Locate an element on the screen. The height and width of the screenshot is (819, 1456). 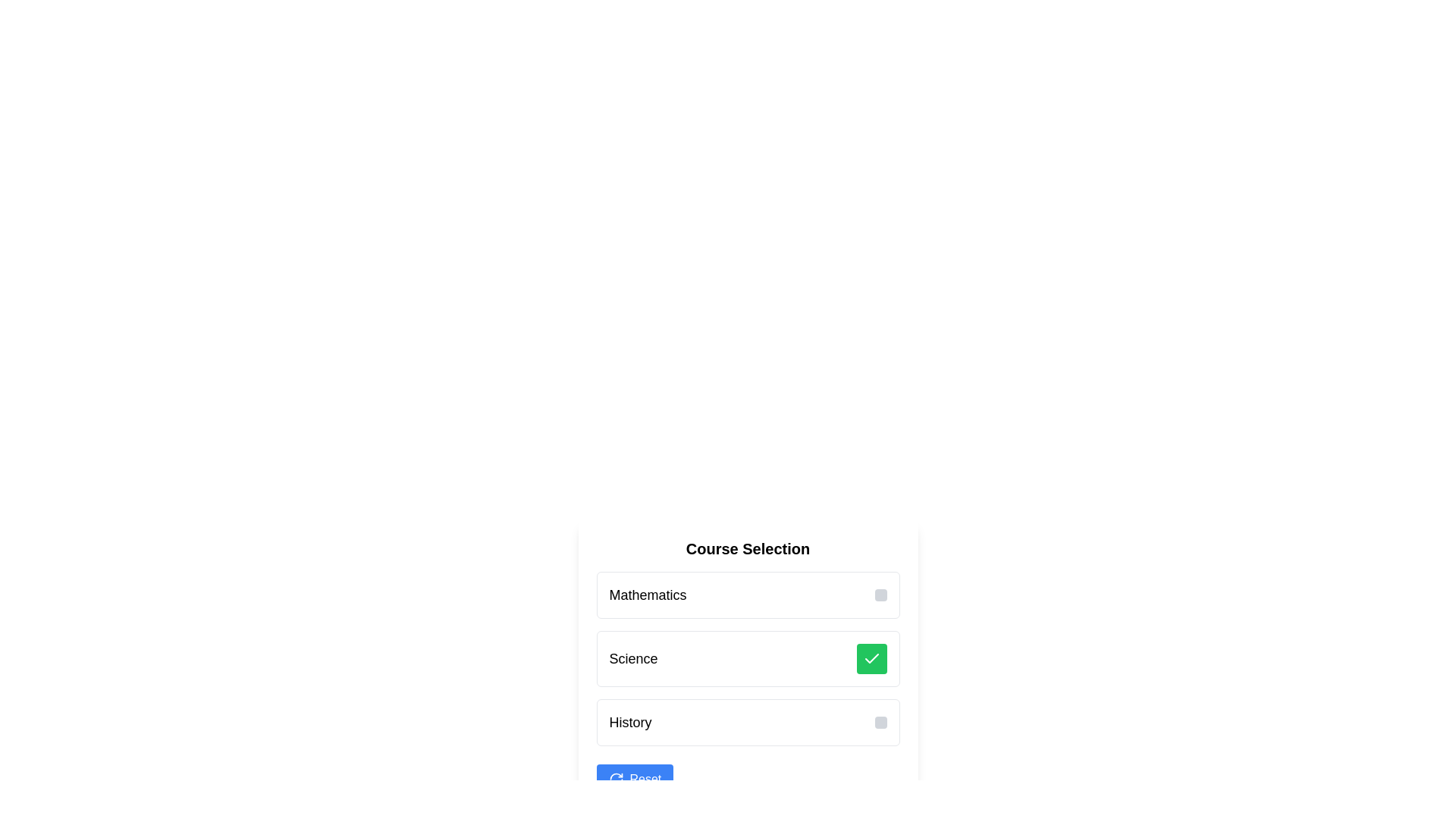
the green checkmark on the second selectable course category item in the vertical list under 'Course Selection' to confirm selection is located at coordinates (748, 657).